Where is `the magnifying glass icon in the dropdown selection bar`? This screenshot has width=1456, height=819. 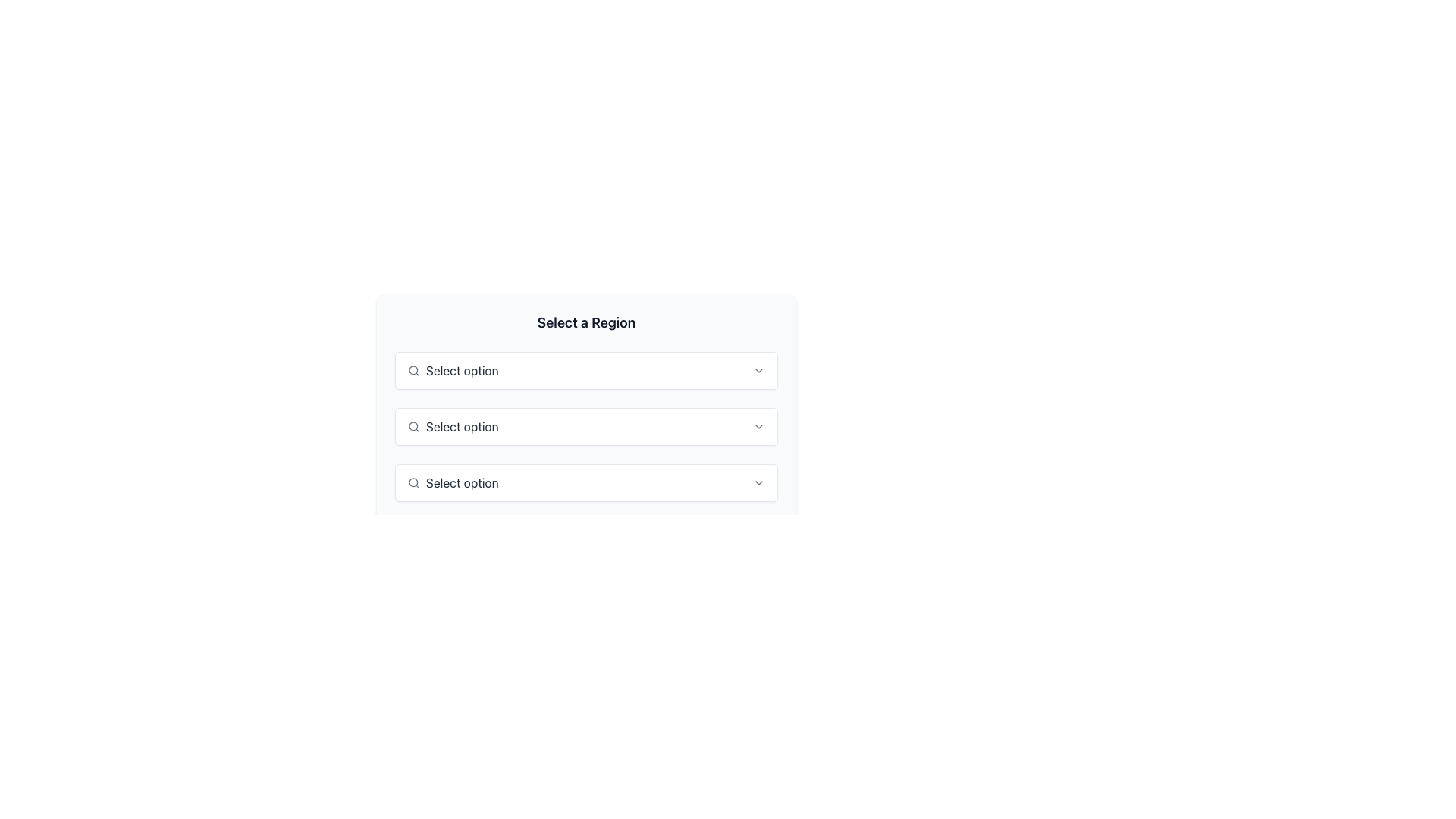
the magnifying glass icon in the dropdown selection bar is located at coordinates (414, 482).